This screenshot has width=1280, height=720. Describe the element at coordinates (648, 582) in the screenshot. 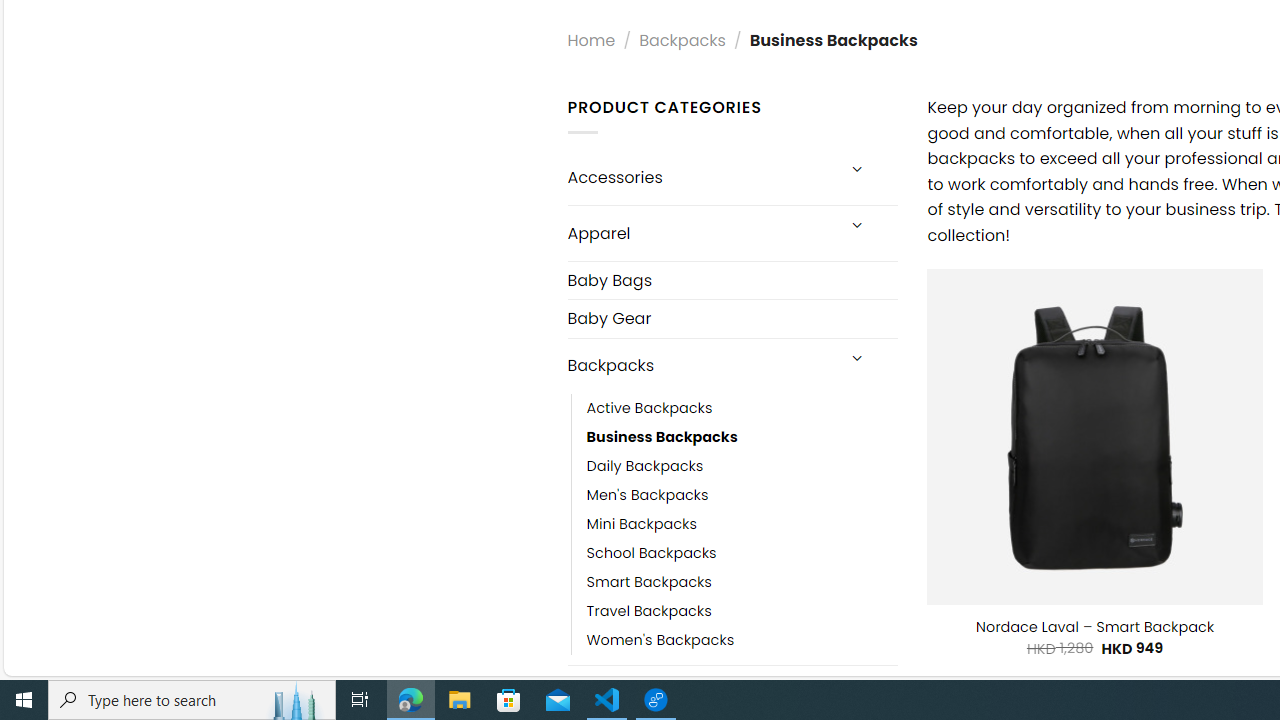

I see `'Smart Backpacks'` at that location.